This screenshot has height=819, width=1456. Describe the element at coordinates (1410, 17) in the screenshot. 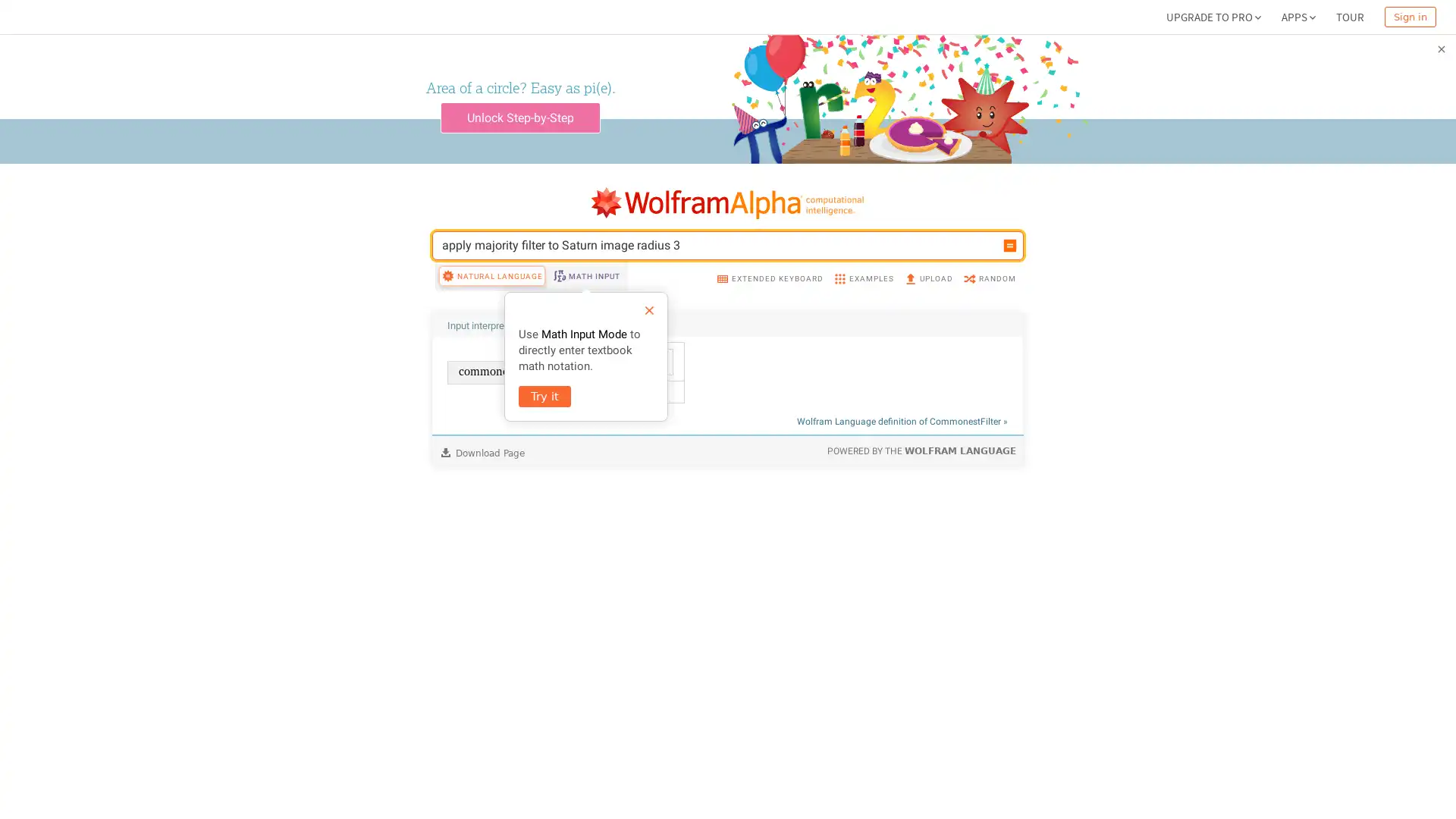

I see `Sign in` at that location.